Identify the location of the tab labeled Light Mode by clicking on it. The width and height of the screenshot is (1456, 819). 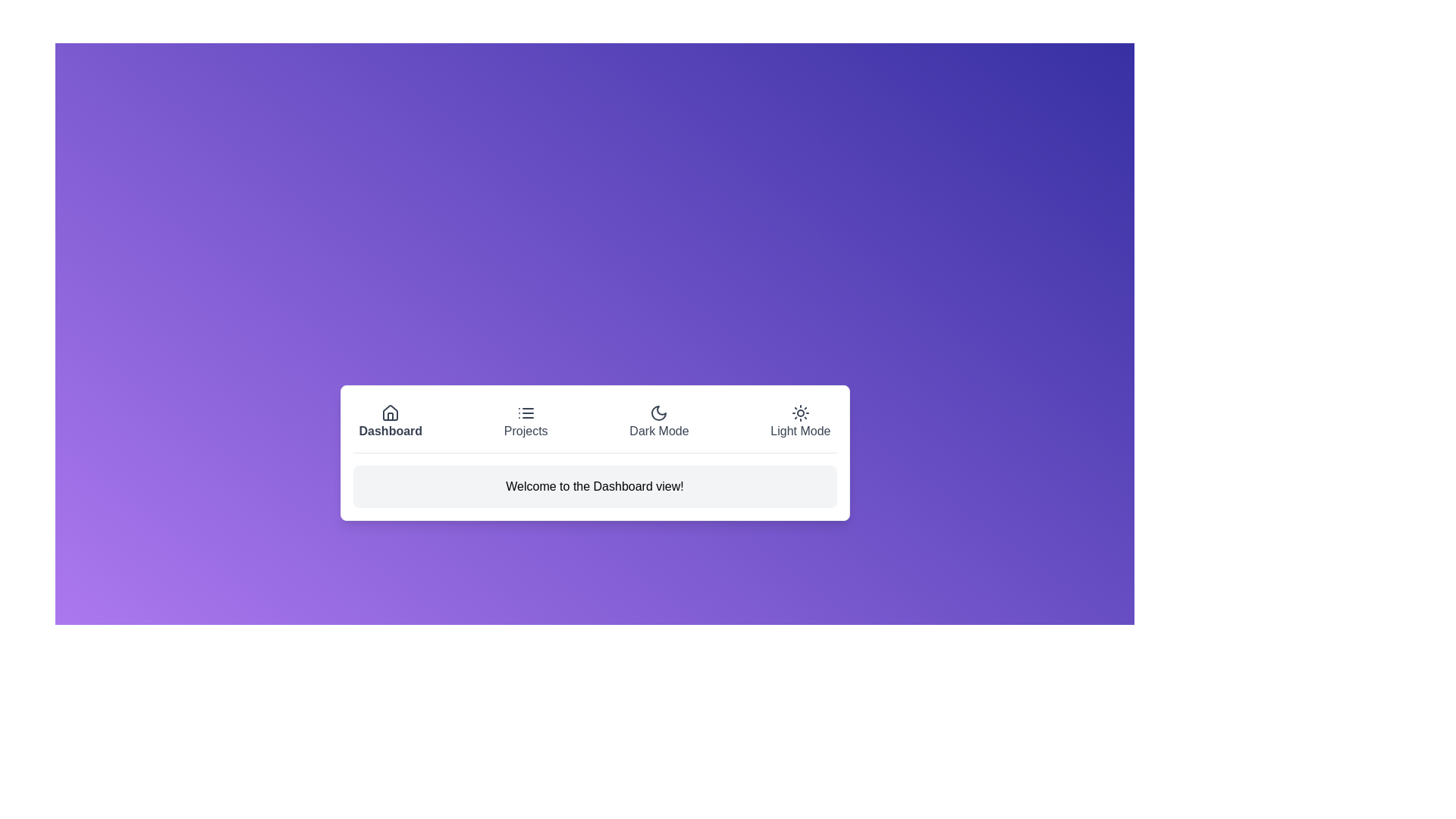
(800, 422).